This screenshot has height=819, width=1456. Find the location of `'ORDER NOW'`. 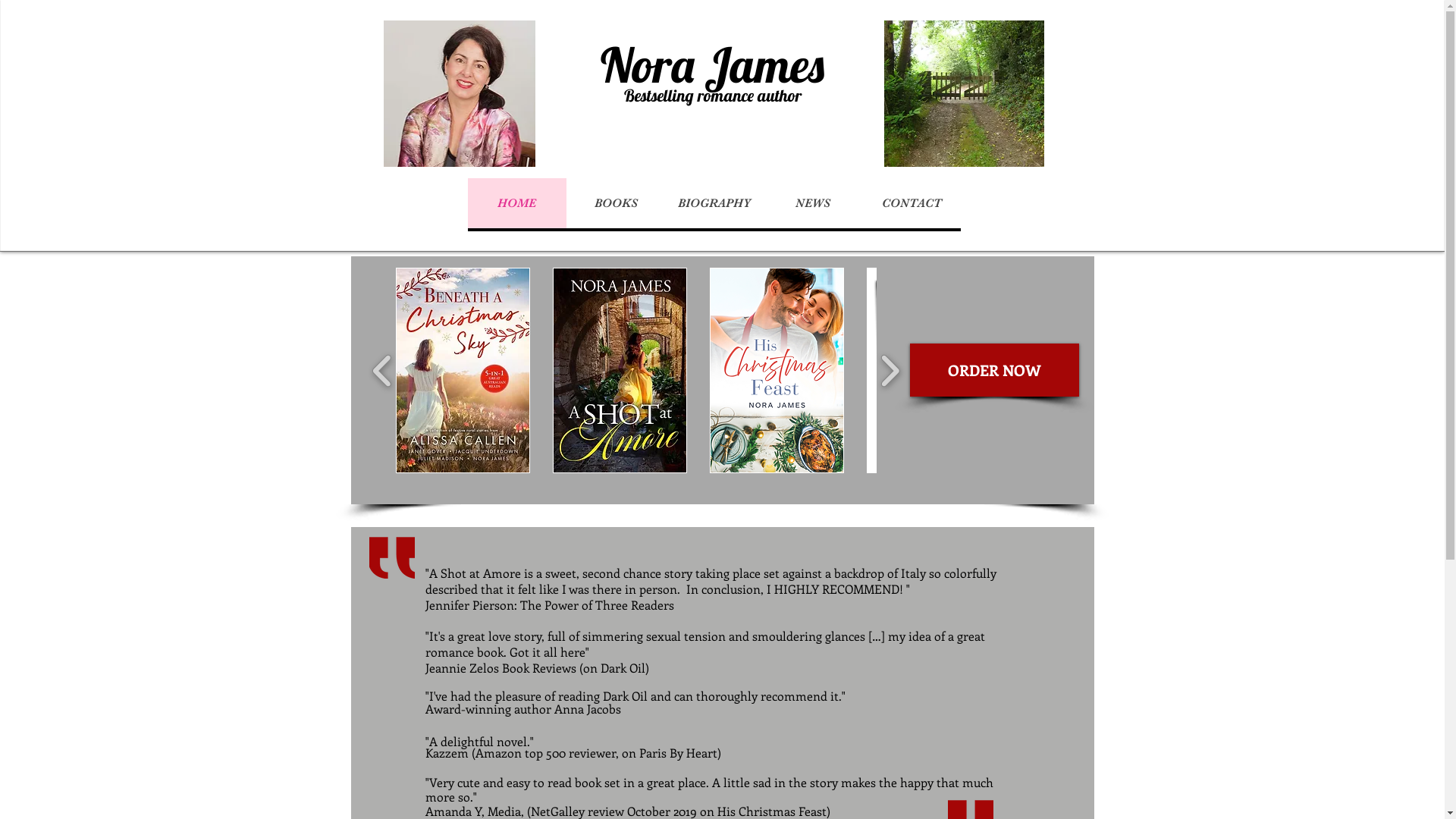

'ORDER NOW' is located at coordinates (994, 370).